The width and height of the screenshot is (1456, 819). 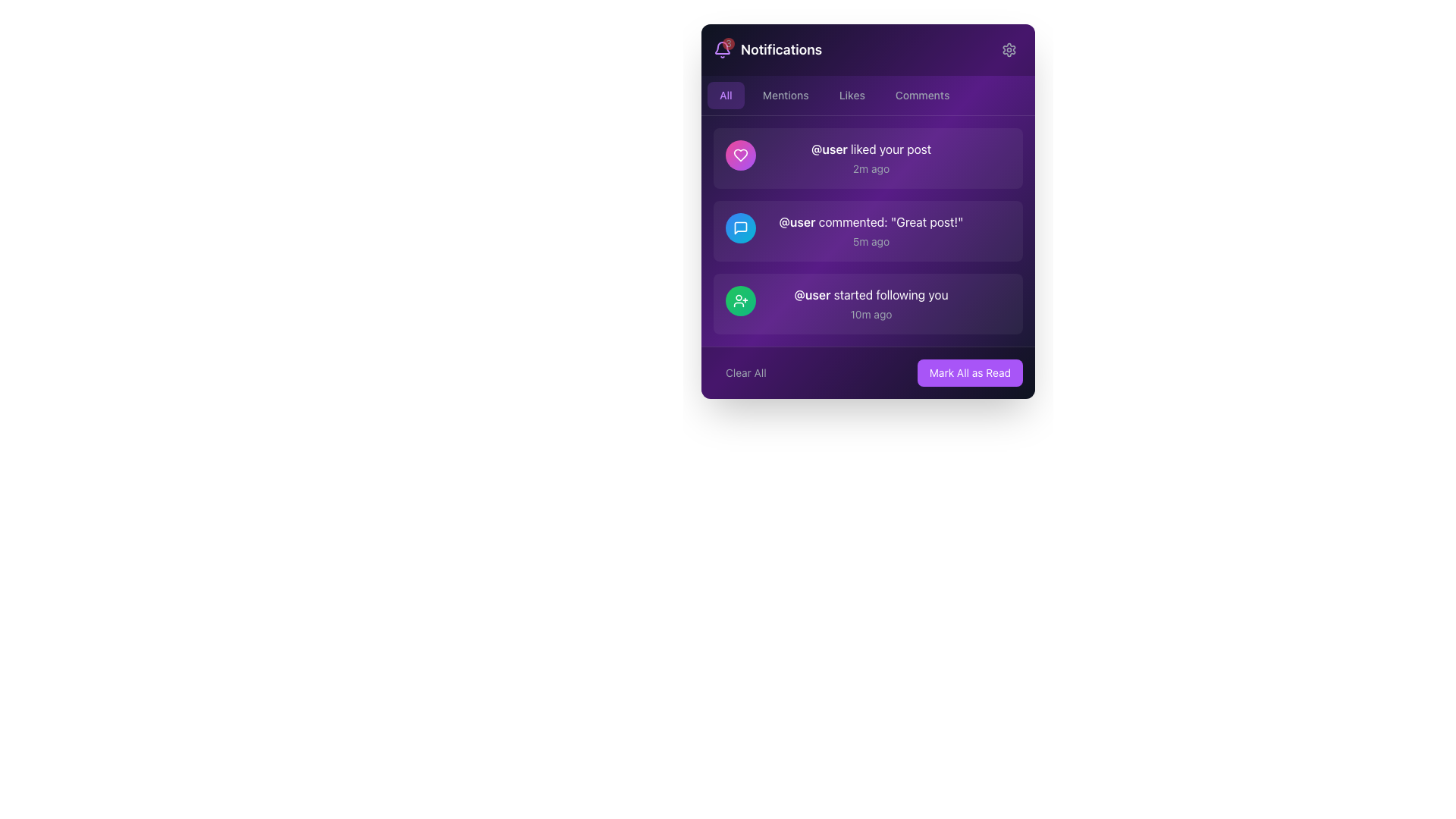 What do you see at coordinates (871, 158) in the screenshot?
I see `the notification text block displaying '@user liked your post' in bold, which is the primary text of the first notification card in the notification panel` at bounding box center [871, 158].